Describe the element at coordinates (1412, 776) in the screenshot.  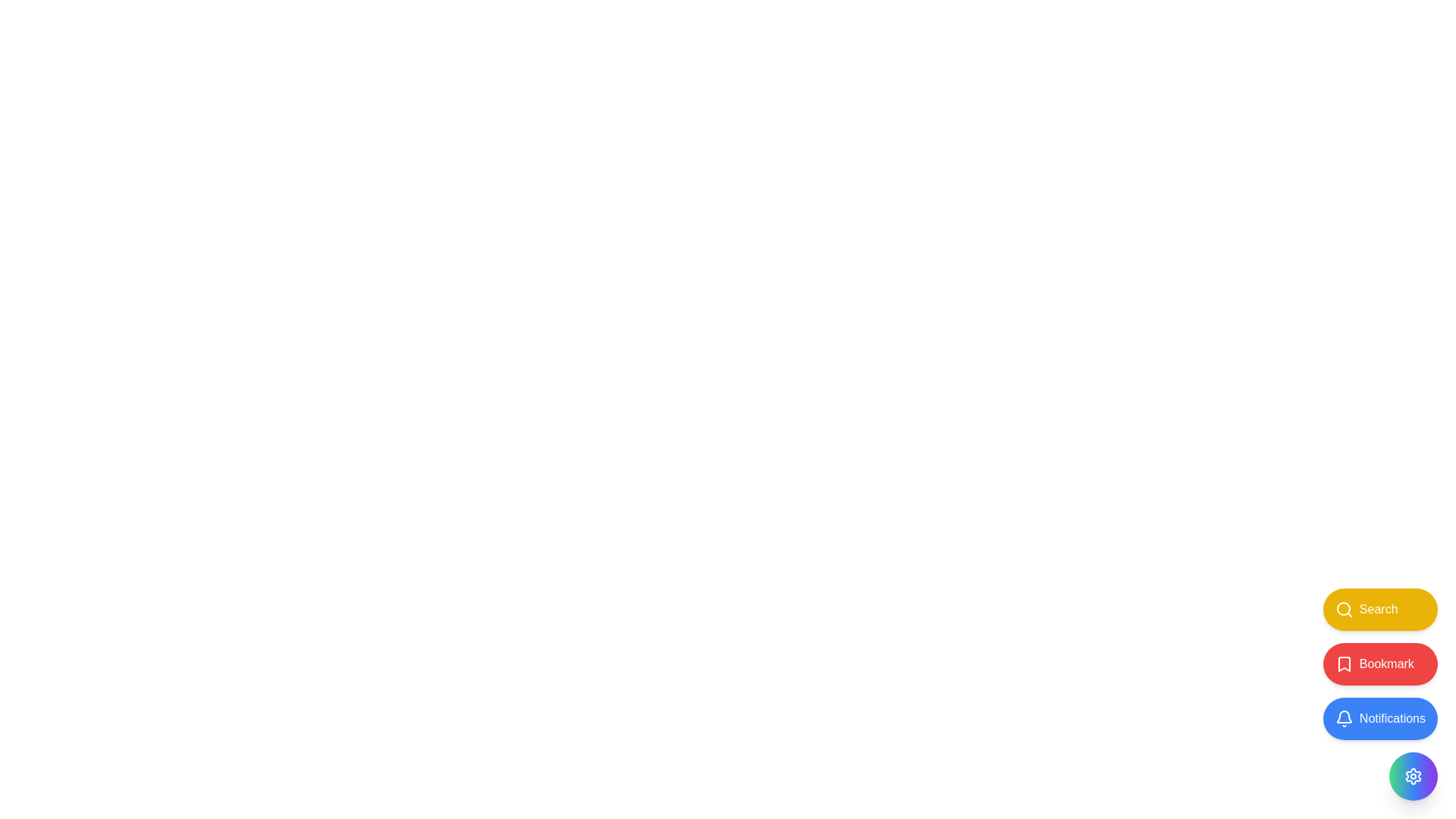
I see `the settings icon located within the round button at the bottom-right corner of the interface` at that location.